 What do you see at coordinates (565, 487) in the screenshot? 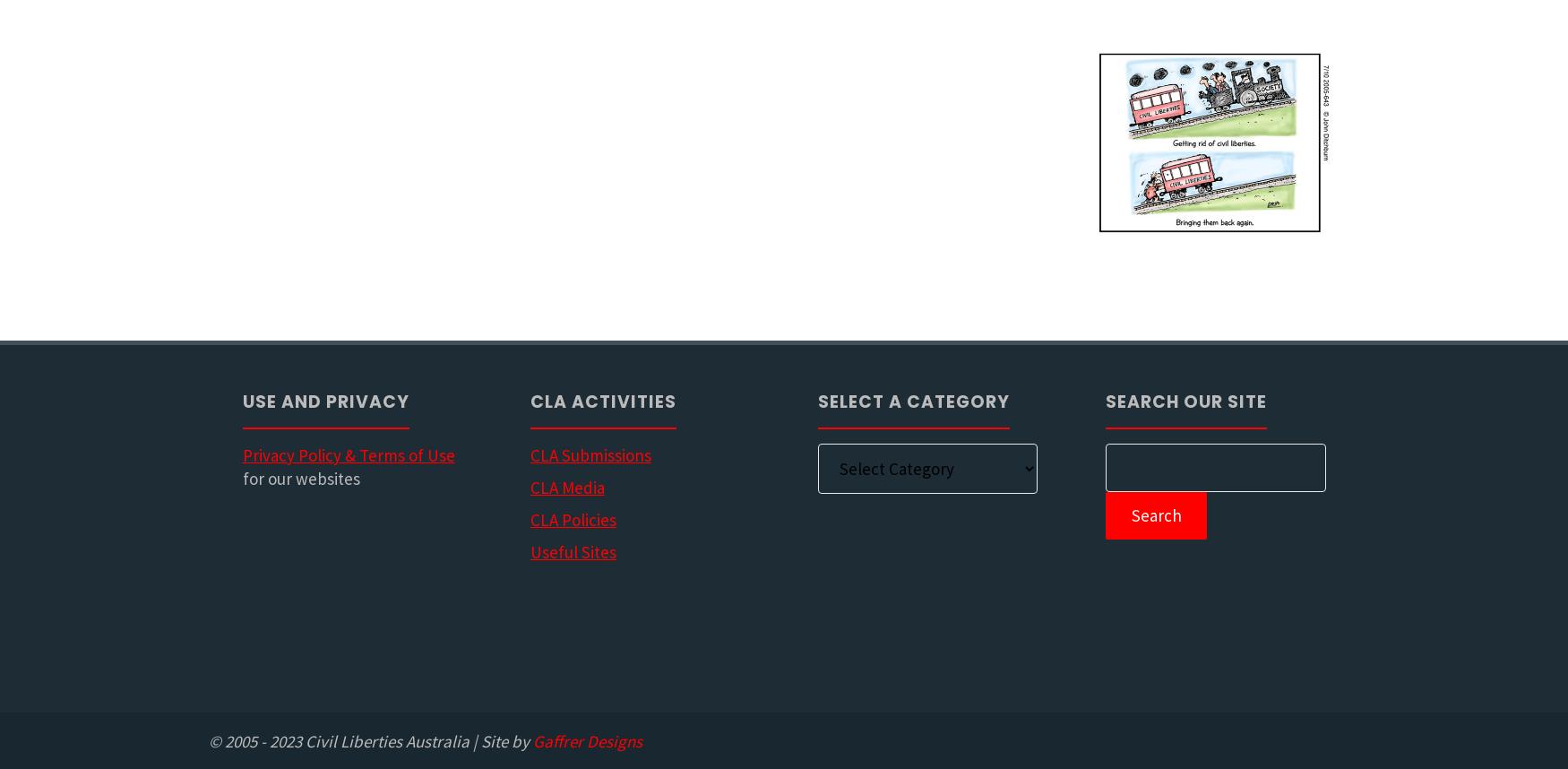
I see `'CLA Media'` at bounding box center [565, 487].